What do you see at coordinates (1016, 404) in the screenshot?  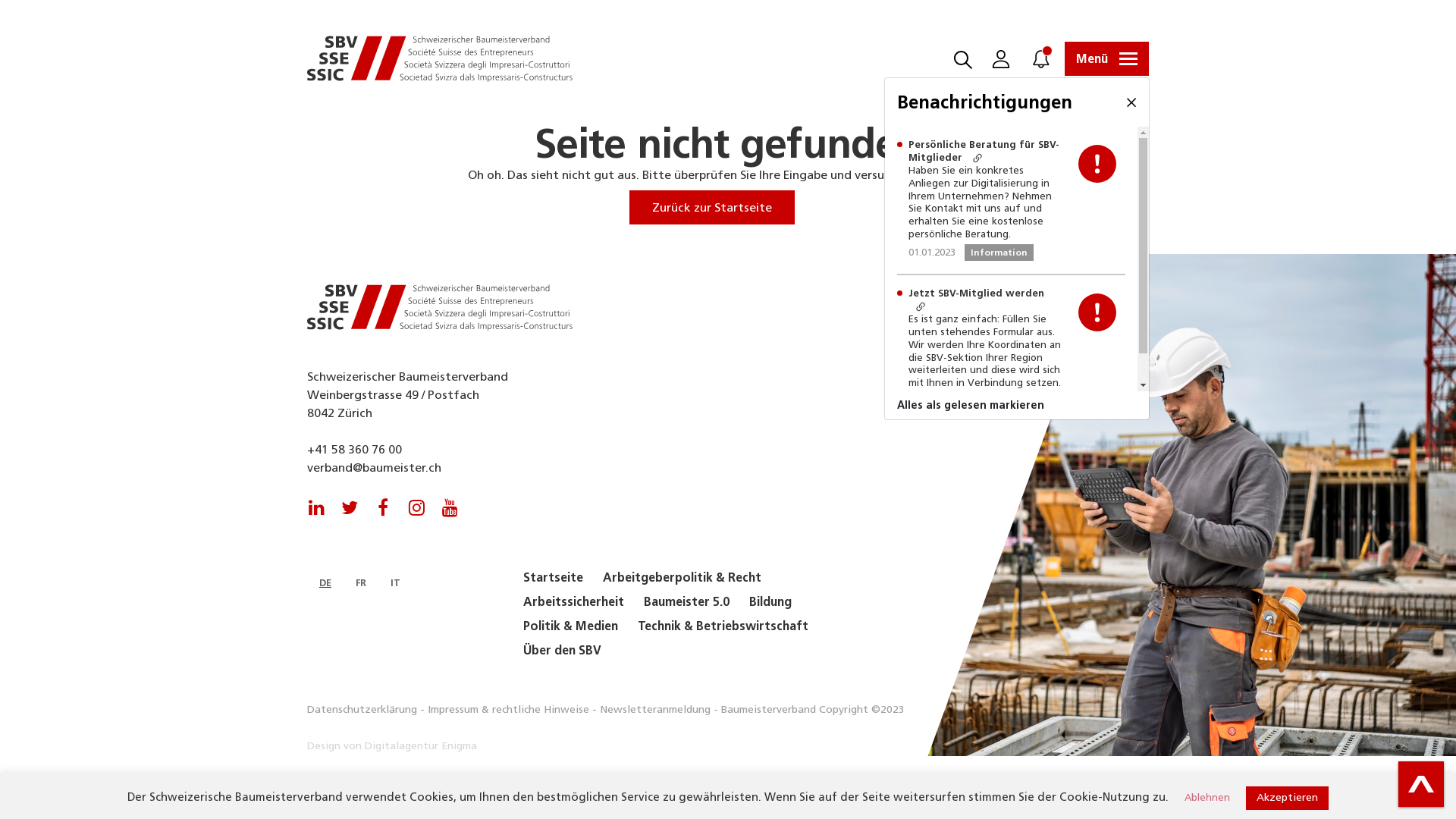 I see `'Alles als gelesen markieren'` at bounding box center [1016, 404].